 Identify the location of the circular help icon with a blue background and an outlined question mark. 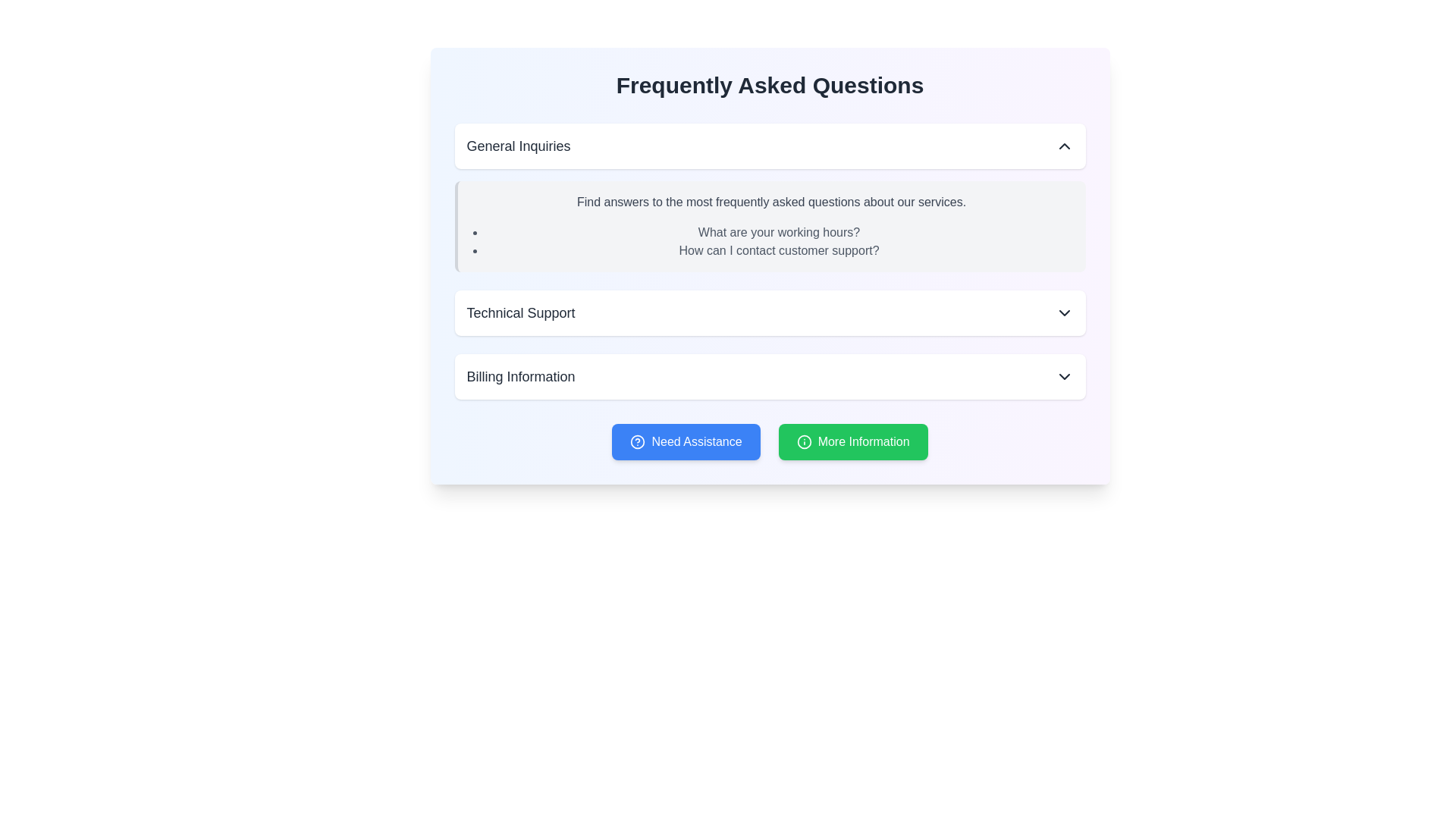
(638, 441).